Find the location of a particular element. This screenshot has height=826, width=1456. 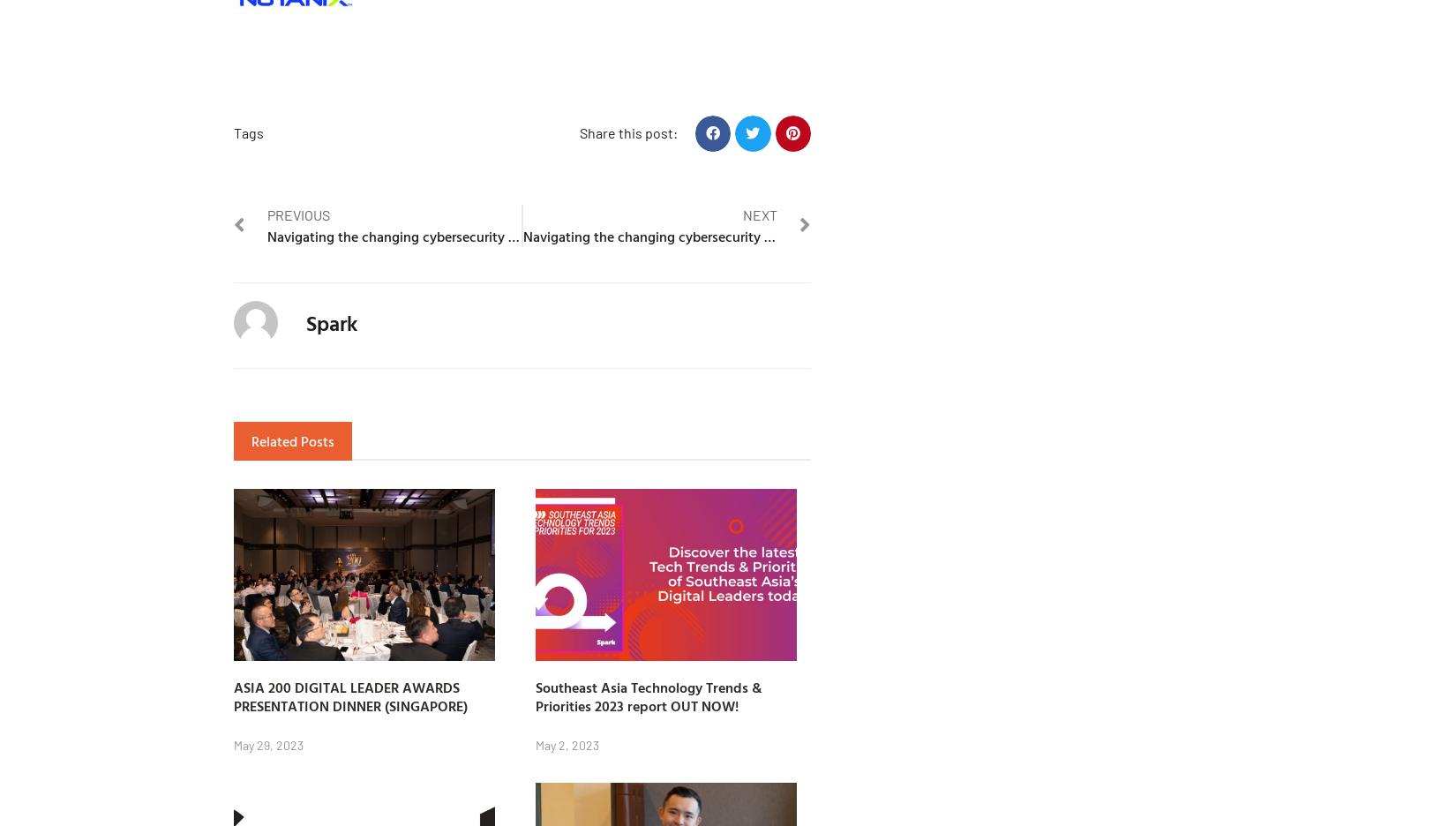

'Previous' is located at coordinates (298, 213).